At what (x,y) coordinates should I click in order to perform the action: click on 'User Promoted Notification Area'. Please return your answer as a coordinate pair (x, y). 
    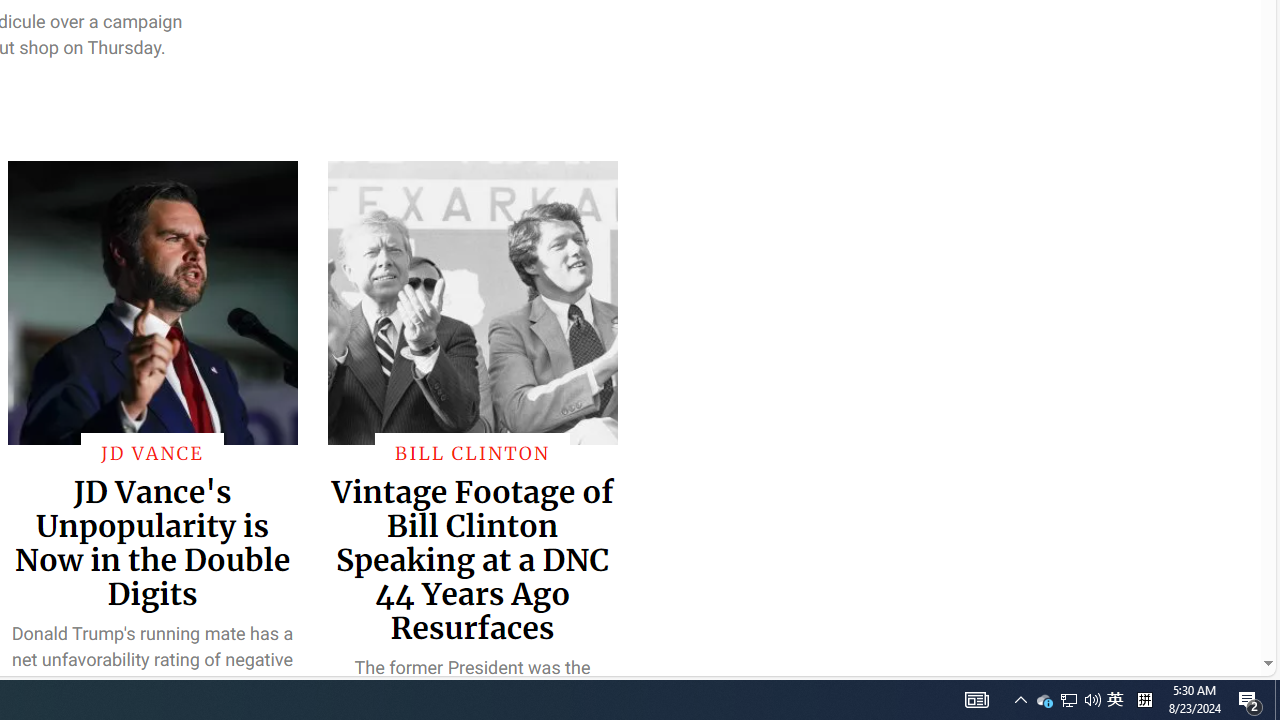
    Looking at the image, I should click on (1067, 698).